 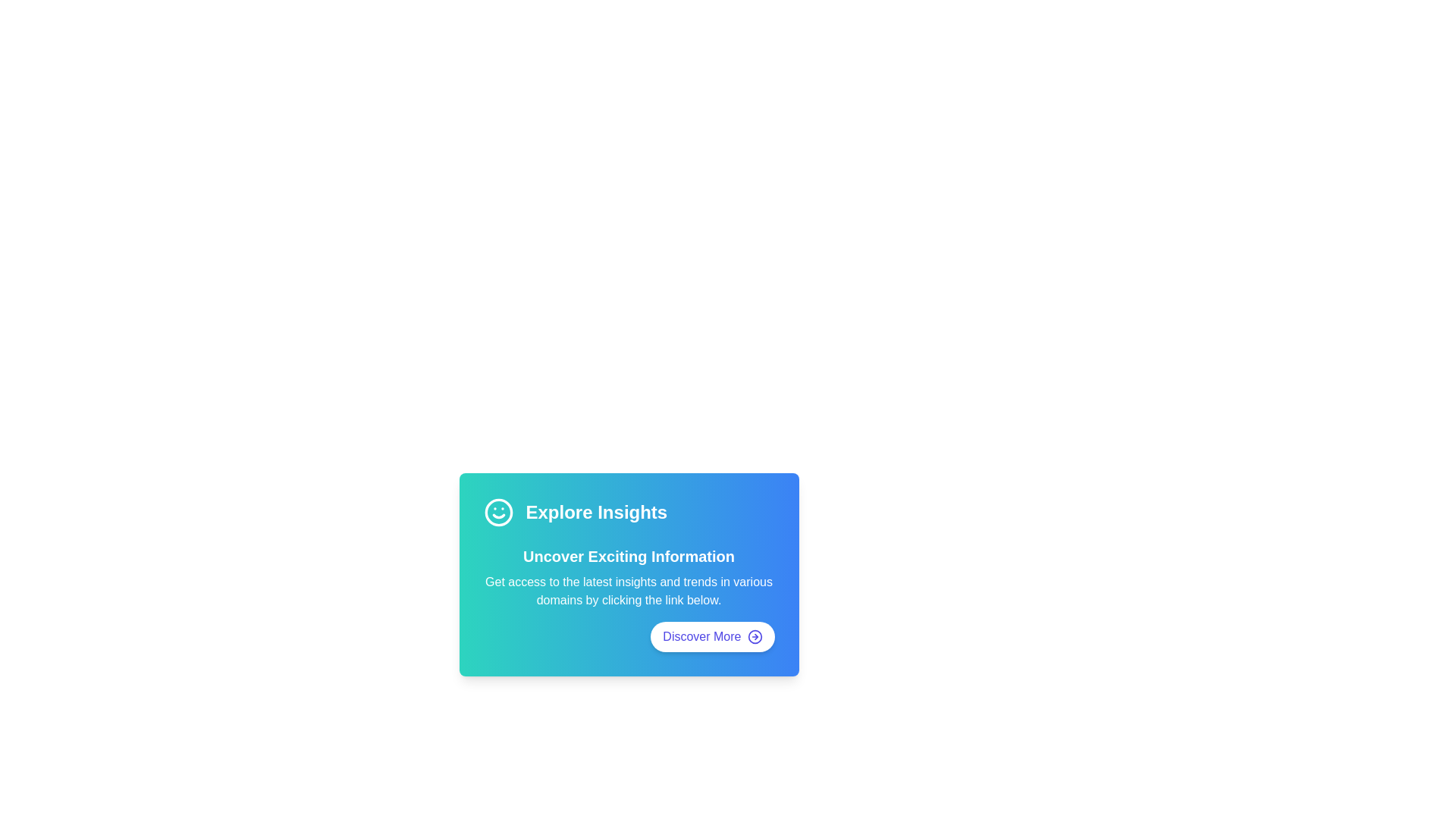 I want to click on the text element displaying 'Explore Insights' which is styled in bold white font and located on the right side of the smile icon, so click(x=595, y=512).